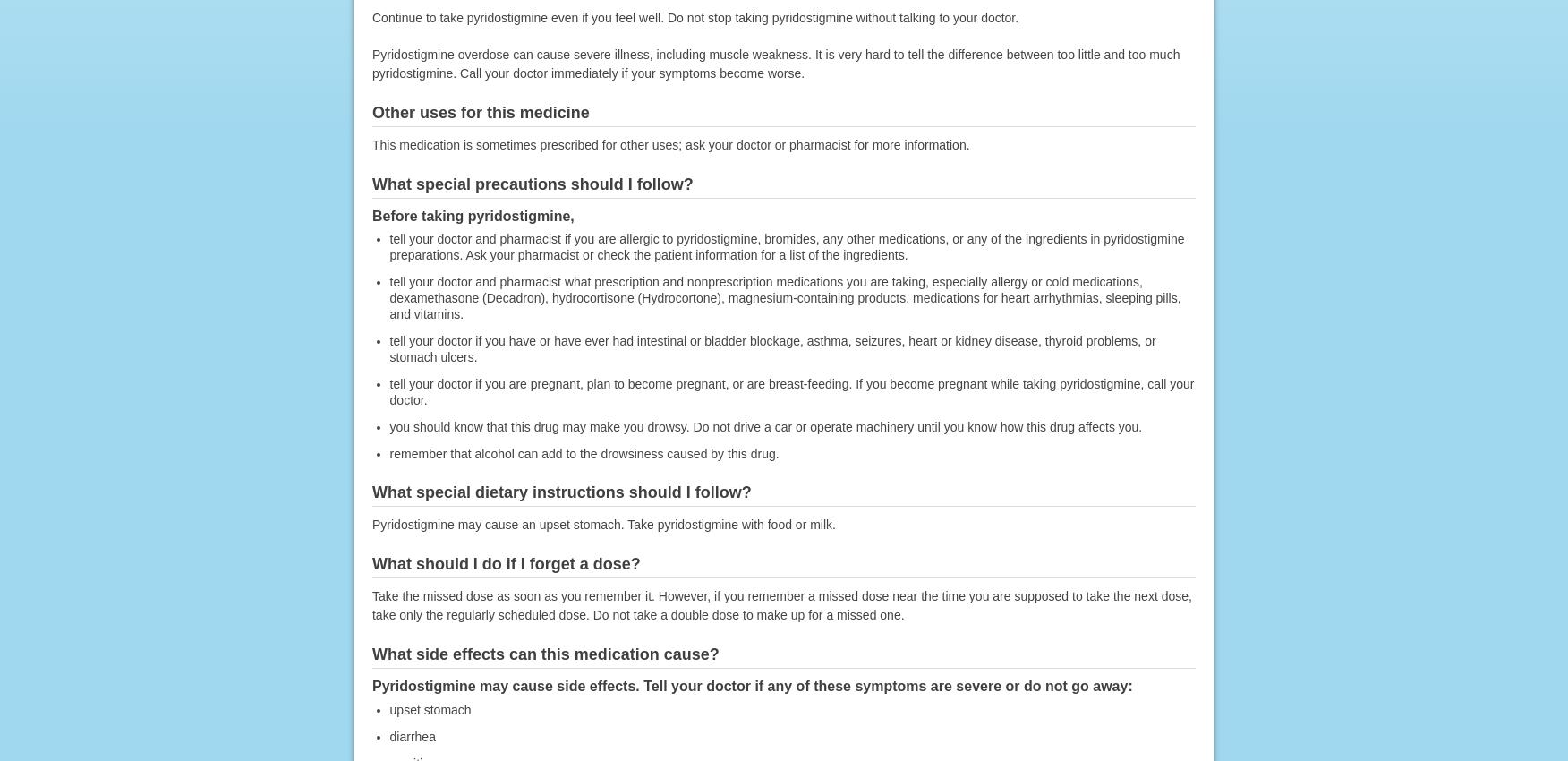  What do you see at coordinates (786, 245) in the screenshot?
I see `'tell your doctor and pharmacist if you are allergic to pyridostigmine, bromides, any other medications, or any of the ingredients in pyridostigmine preparations. Ask your pharmacist or check the patient information for a list of the ingredients.'` at bounding box center [786, 245].